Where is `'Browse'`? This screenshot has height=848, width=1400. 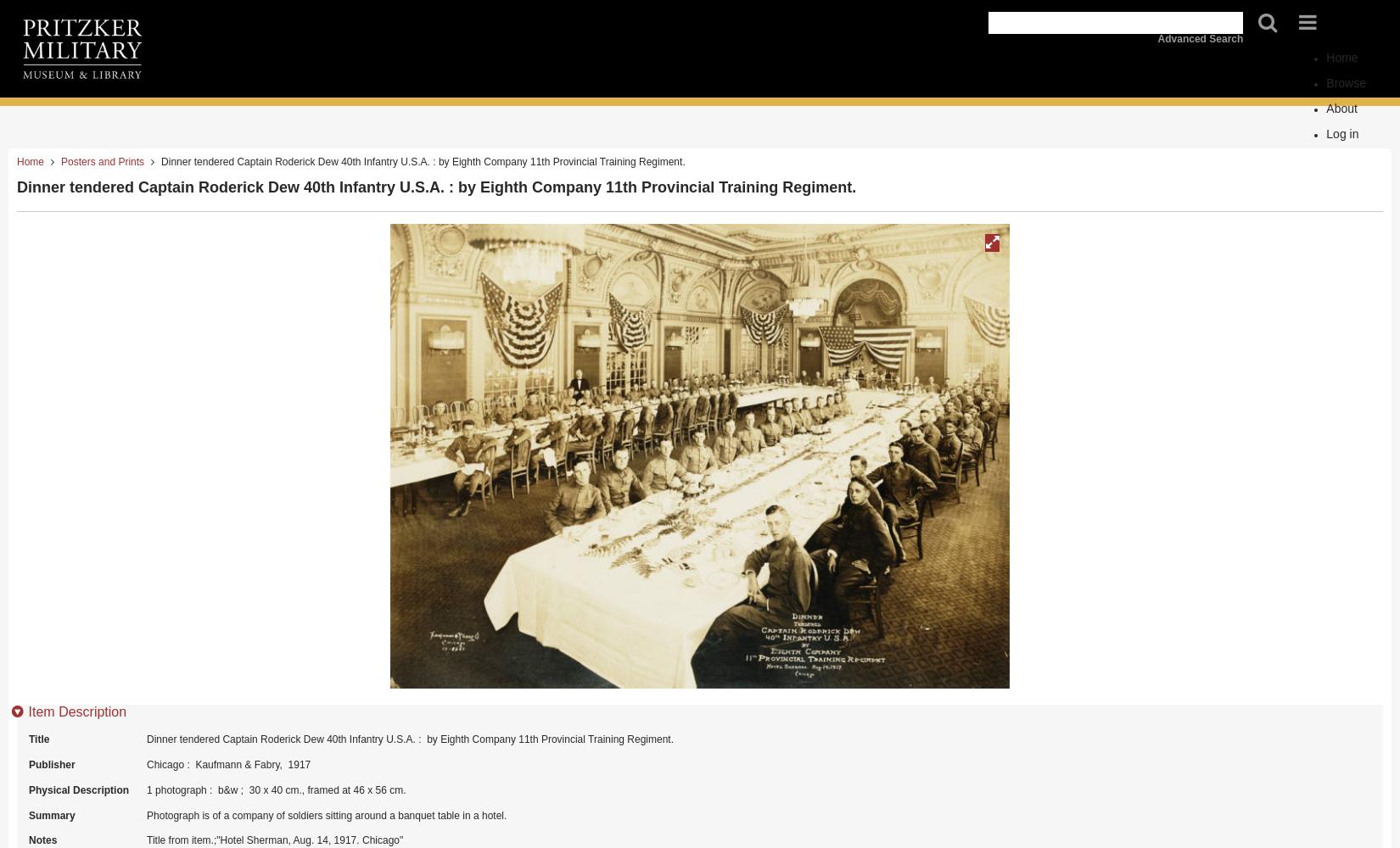
'Browse' is located at coordinates (1325, 81).